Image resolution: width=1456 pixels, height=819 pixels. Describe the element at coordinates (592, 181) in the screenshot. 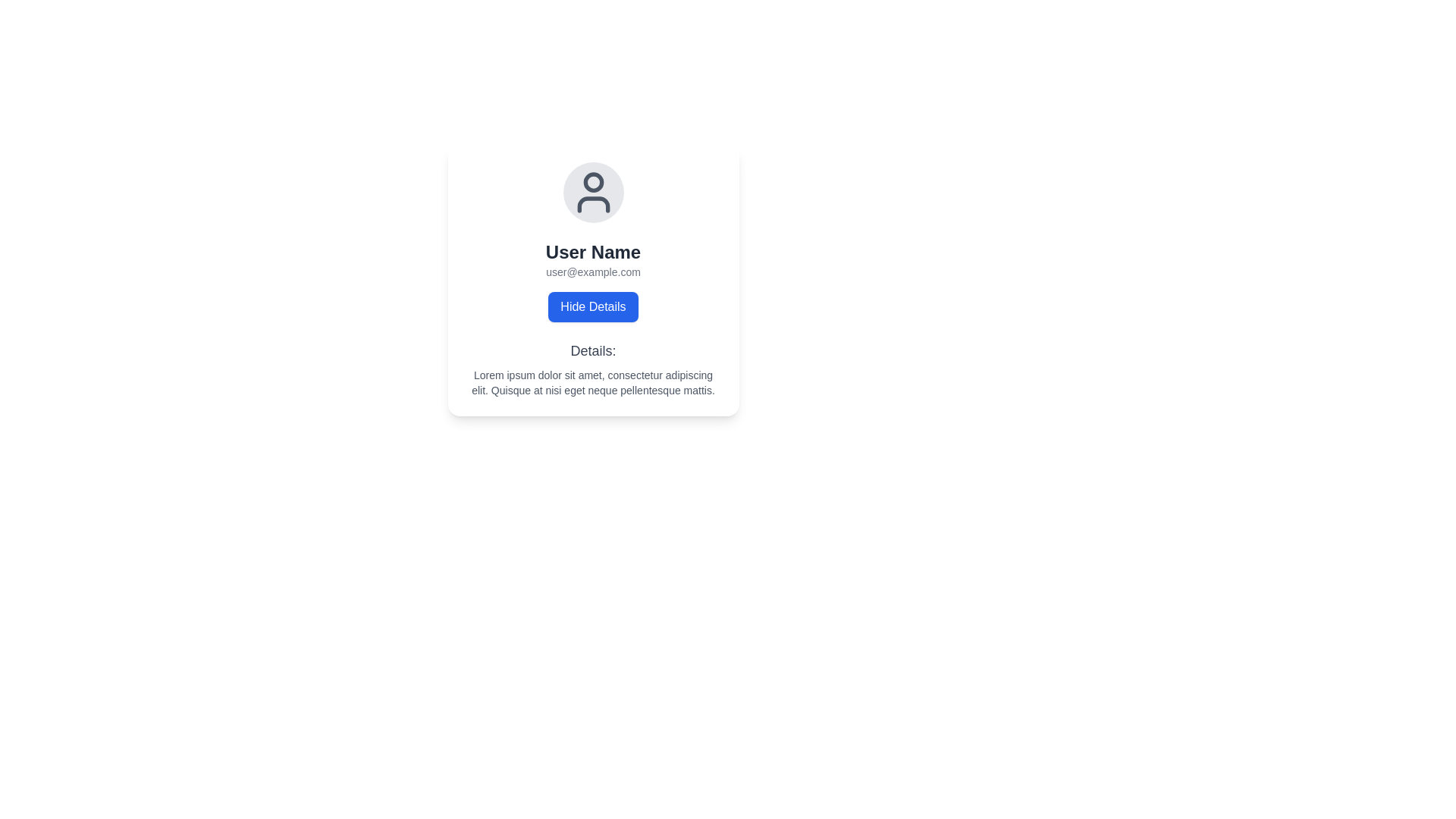

I see `the decorative SVG circle element that represents the user's head in the user profile icon` at that location.